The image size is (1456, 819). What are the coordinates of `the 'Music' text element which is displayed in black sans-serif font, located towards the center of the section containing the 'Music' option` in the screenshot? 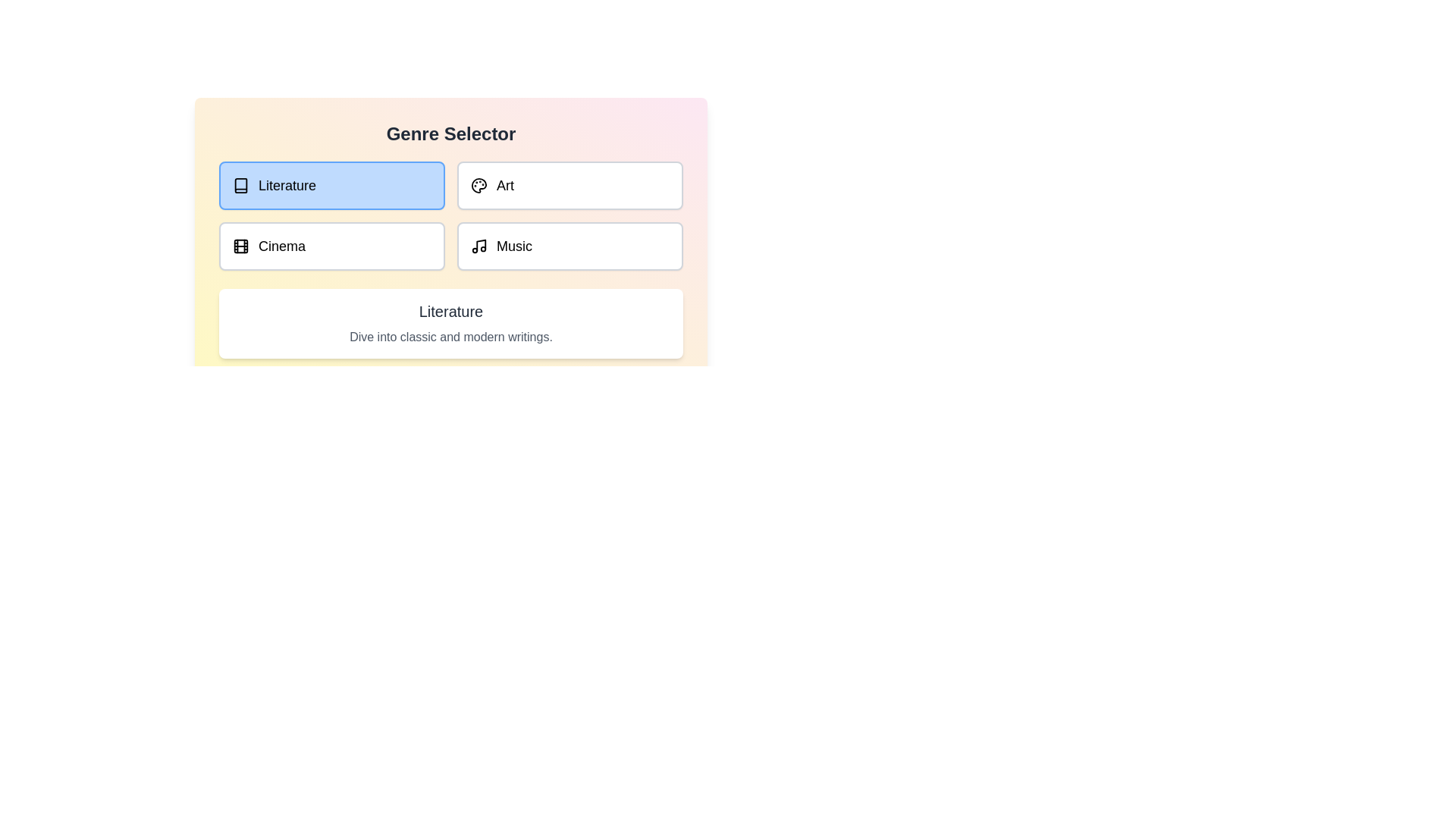 It's located at (514, 245).